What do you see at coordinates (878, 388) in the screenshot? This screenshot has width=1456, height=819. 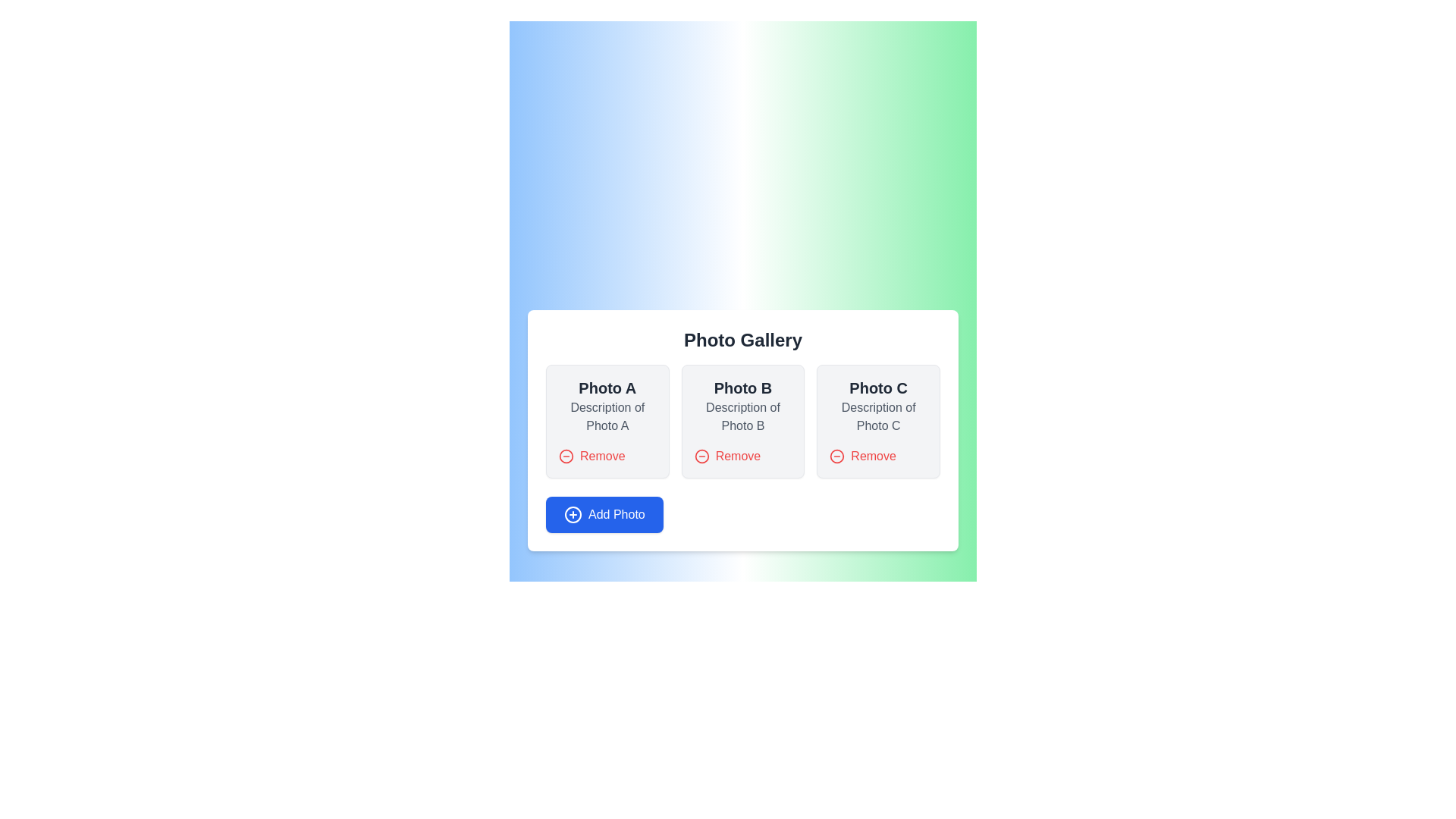 I see `the text label that identifies the card as 'Photo C', located at the top center of the third card in the 'Photo Gallery' section` at bounding box center [878, 388].